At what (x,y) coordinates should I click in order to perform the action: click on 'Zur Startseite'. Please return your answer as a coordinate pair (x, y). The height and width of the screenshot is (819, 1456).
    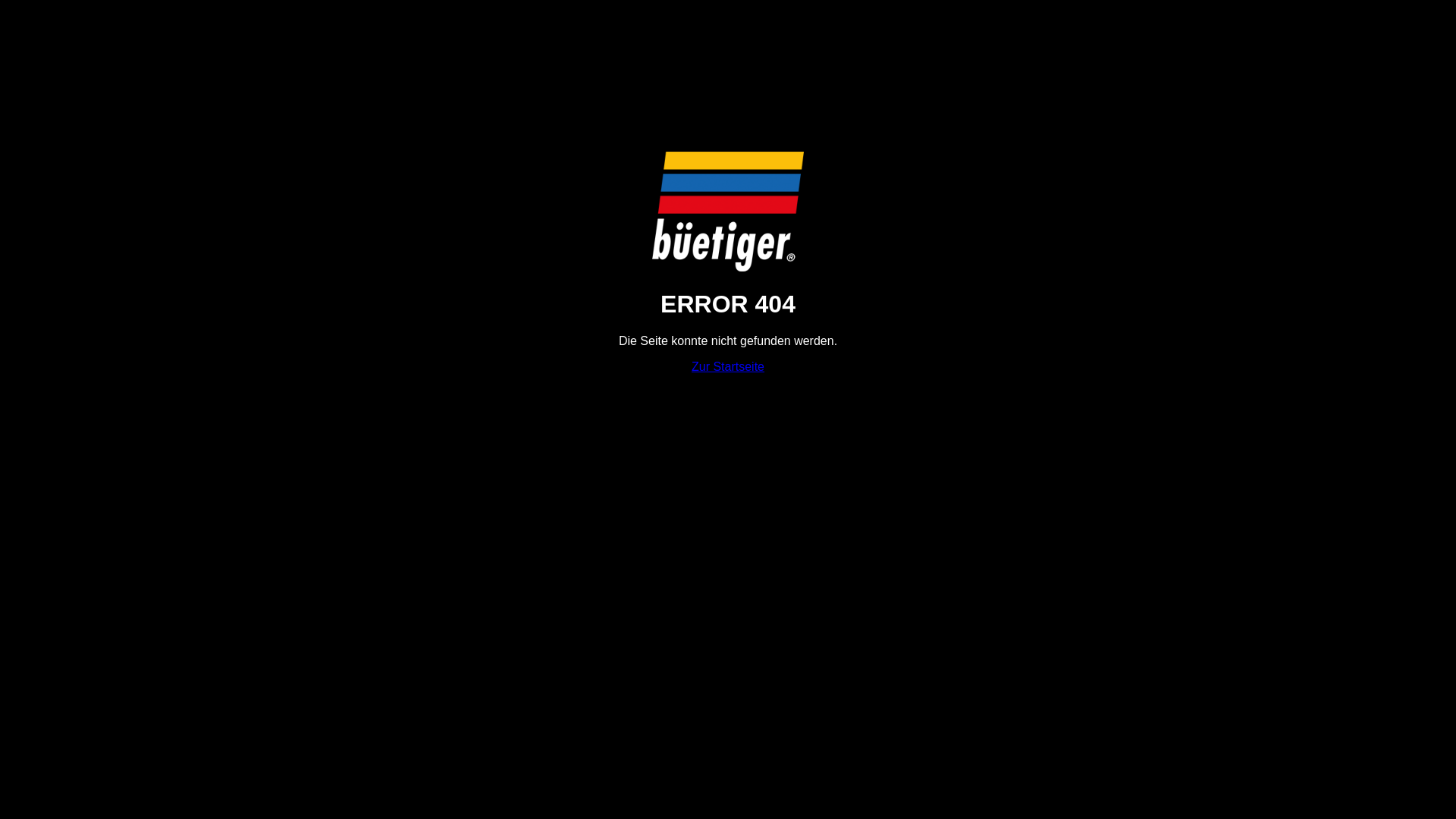
    Looking at the image, I should click on (728, 366).